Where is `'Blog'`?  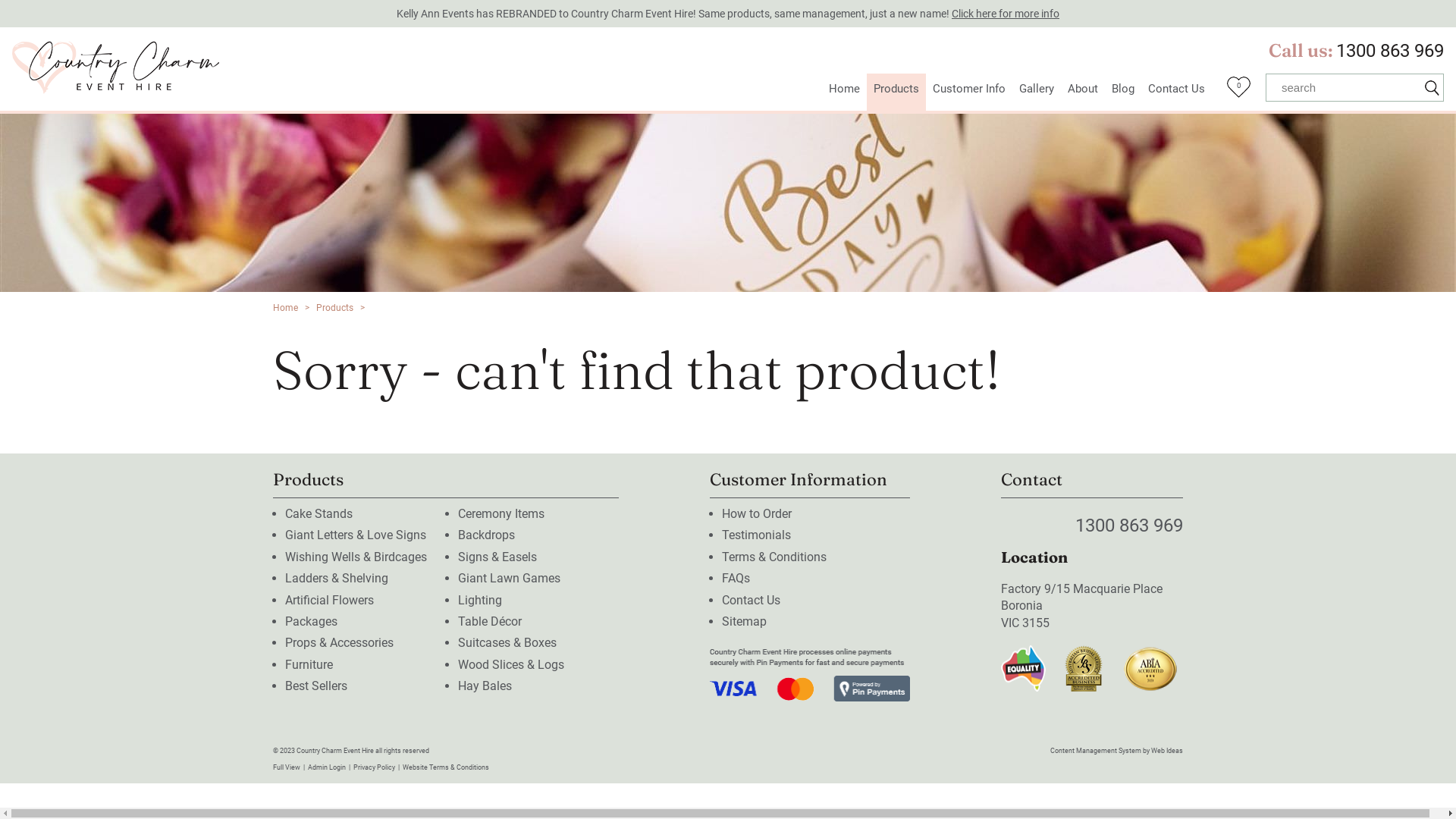 'Blog' is located at coordinates (1105, 92).